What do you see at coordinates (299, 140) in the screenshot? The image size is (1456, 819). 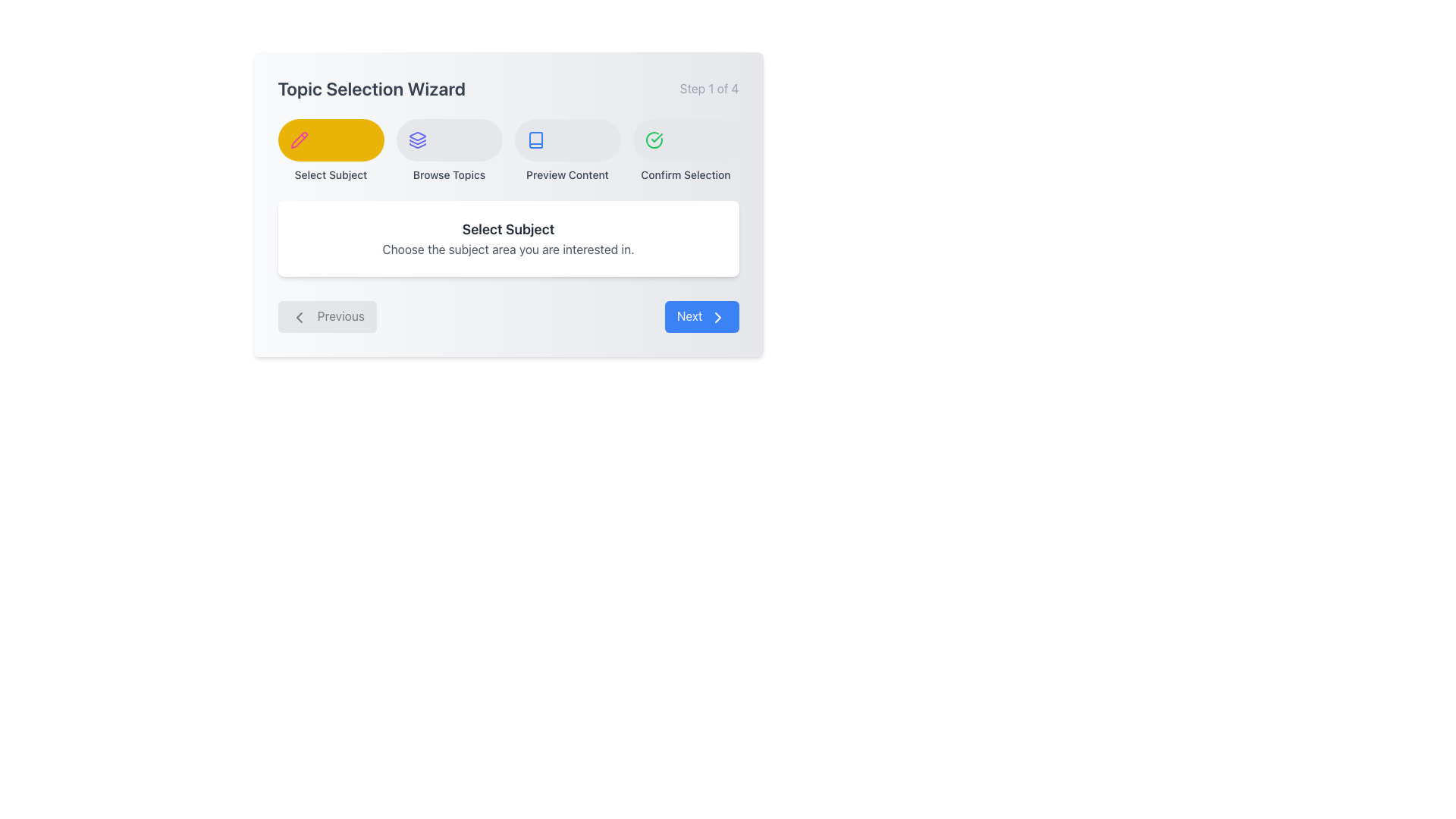 I see `the 'Select Subject' icon located in the leftmost yellow circular button within the 'Topic Selection Wizard' interface` at bounding box center [299, 140].